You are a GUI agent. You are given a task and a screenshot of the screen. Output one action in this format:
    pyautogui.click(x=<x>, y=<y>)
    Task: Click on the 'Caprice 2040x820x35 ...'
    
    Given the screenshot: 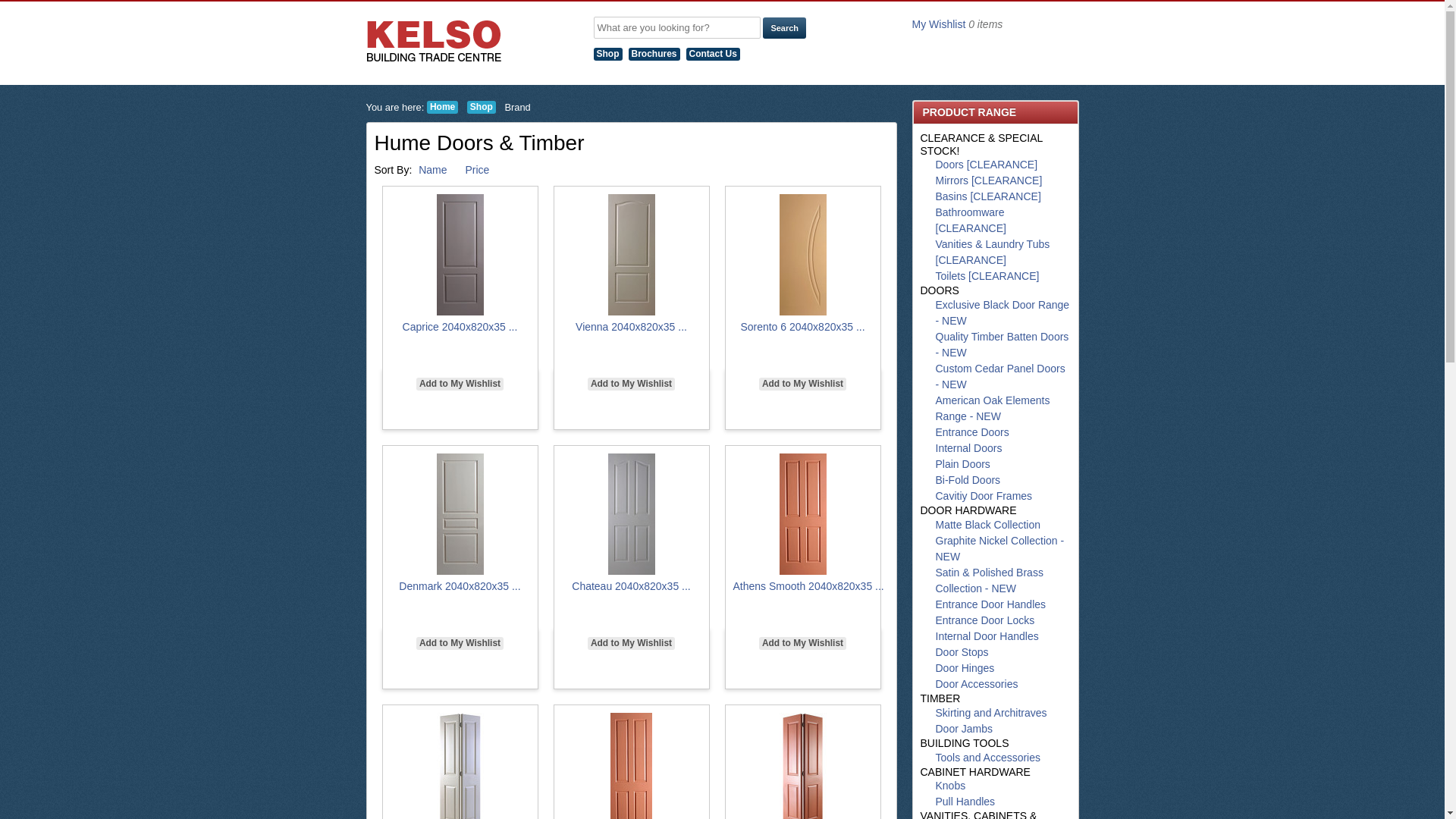 What is the action you would take?
    pyautogui.click(x=403, y=326)
    